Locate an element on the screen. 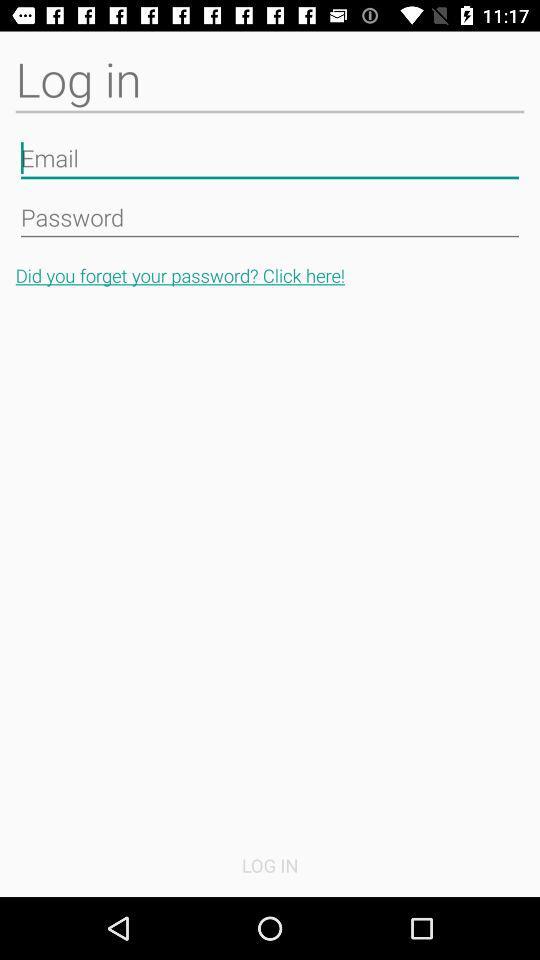 The height and width of the screenshot is (960, 540). the button above log in is located at coordinates (270, 274).